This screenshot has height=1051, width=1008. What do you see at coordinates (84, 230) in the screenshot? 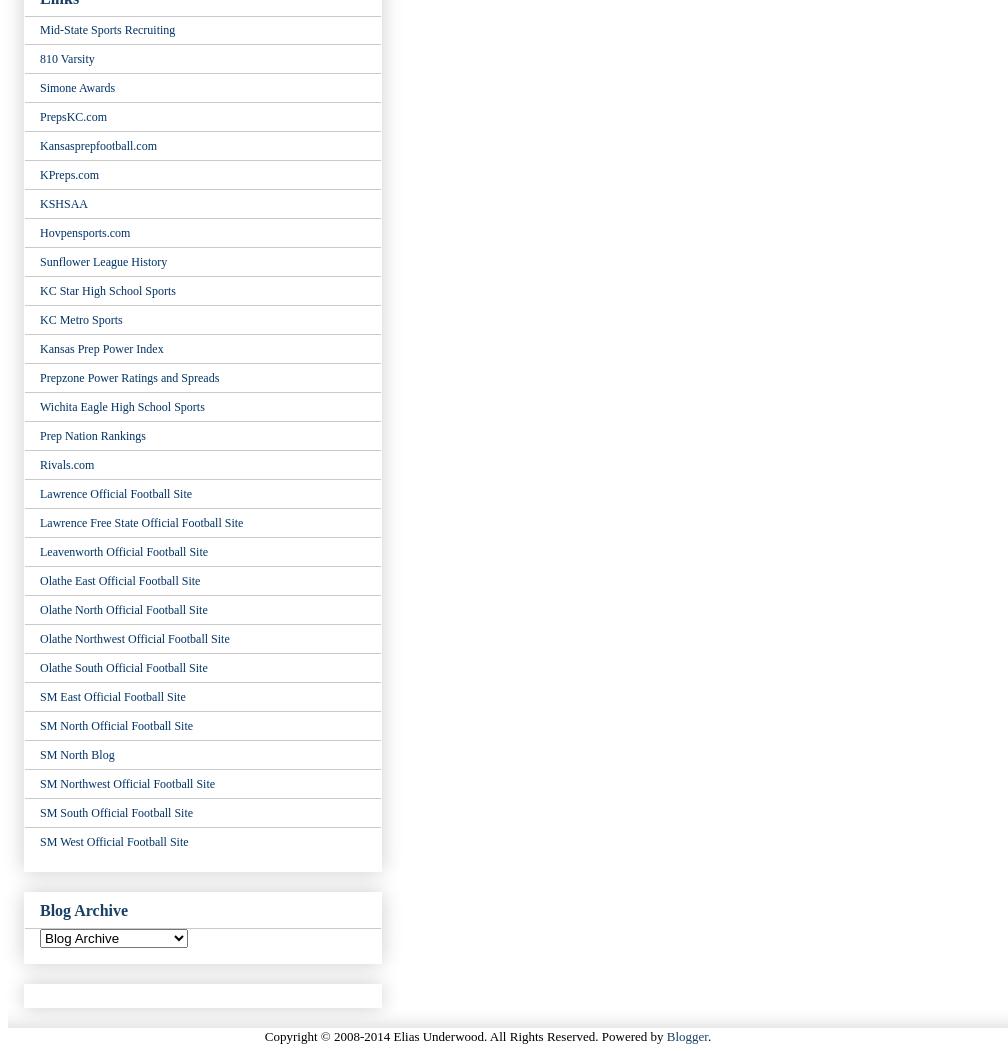
I see `'Hovpensports.com'` at bounding box center [84, 230].